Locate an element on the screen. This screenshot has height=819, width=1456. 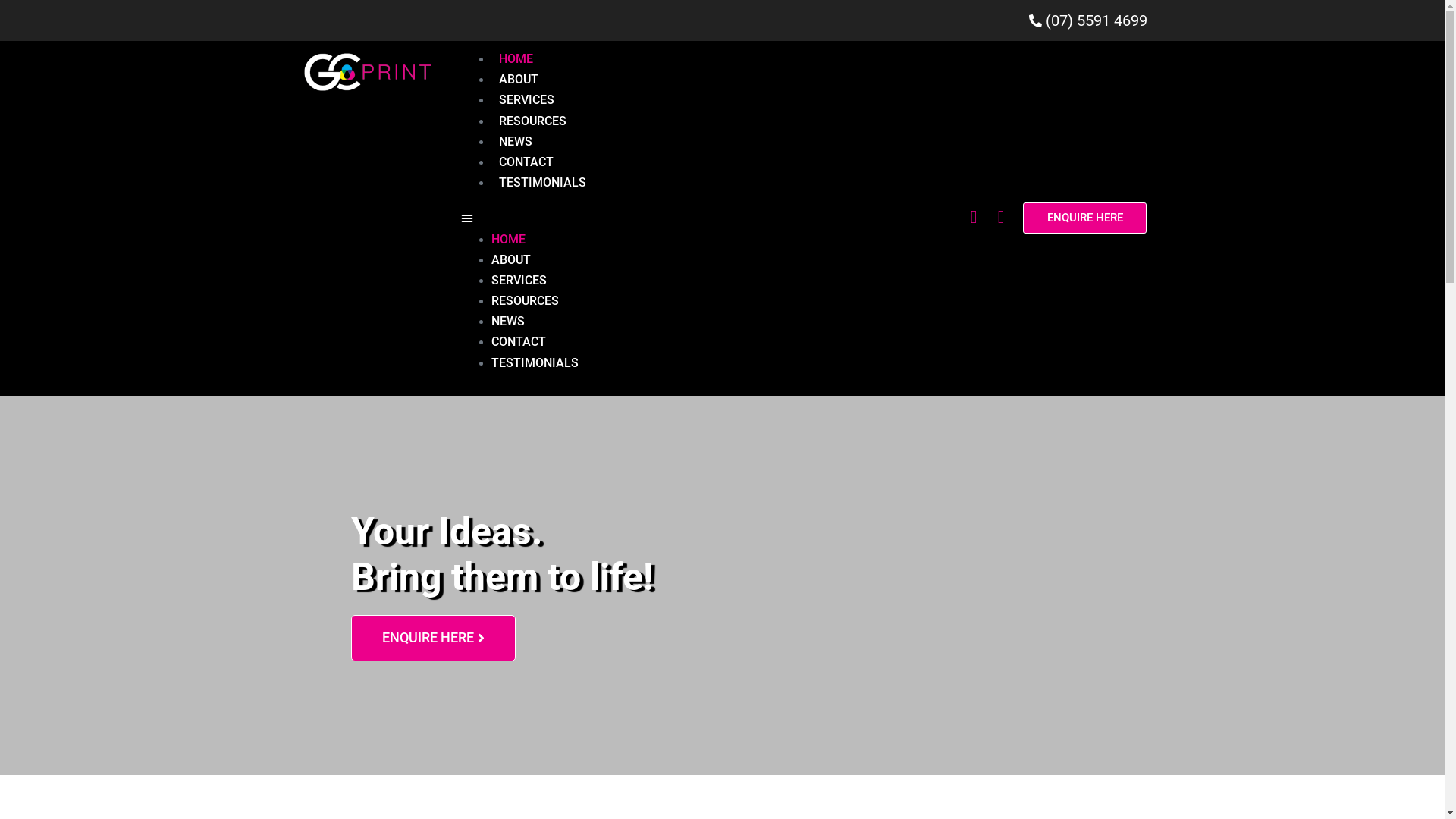
'CONTACT' is located at coordinates (526, 162).